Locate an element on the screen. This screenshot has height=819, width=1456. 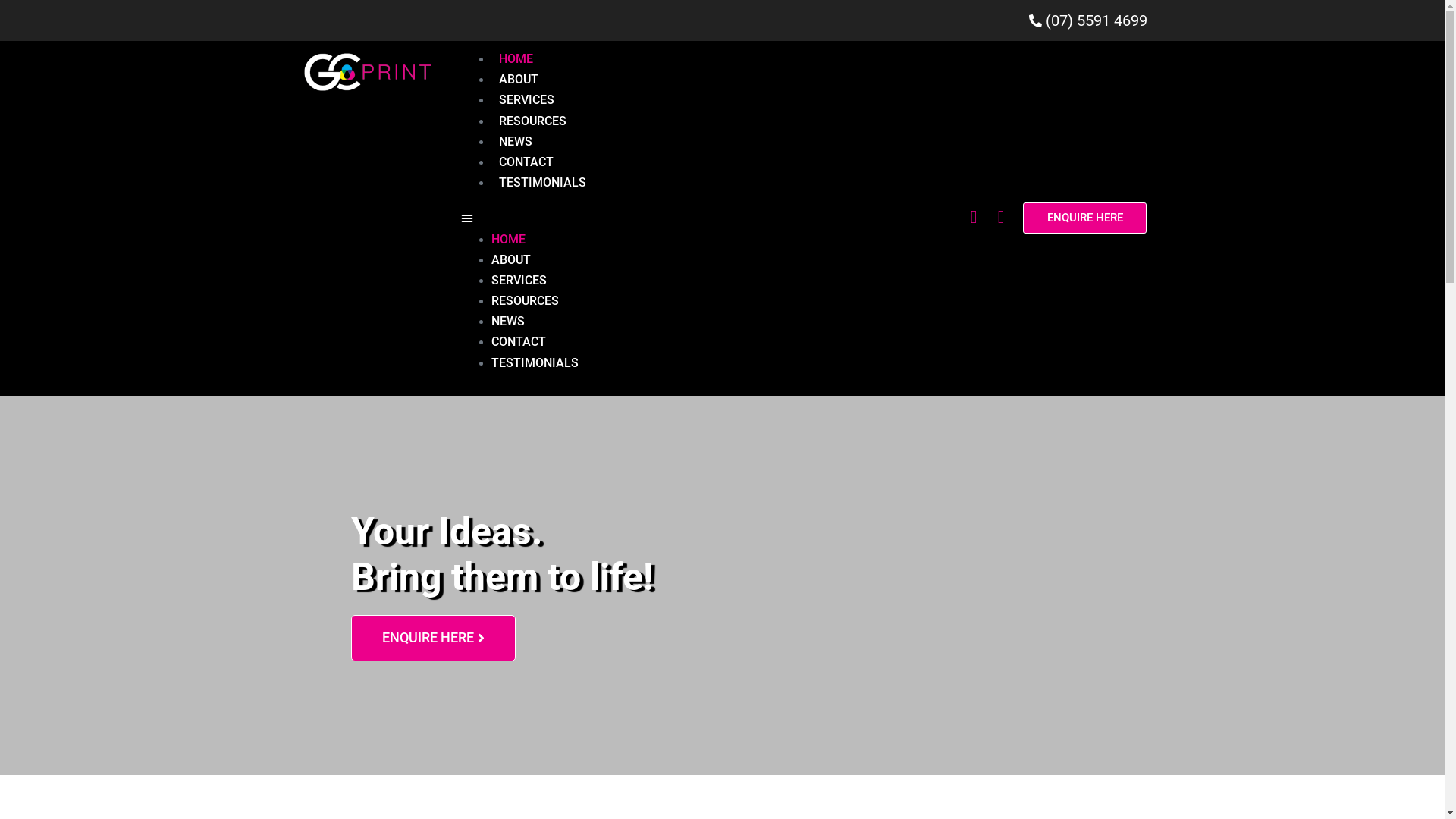
'CONTACT' is located at coordinates (526, 162).